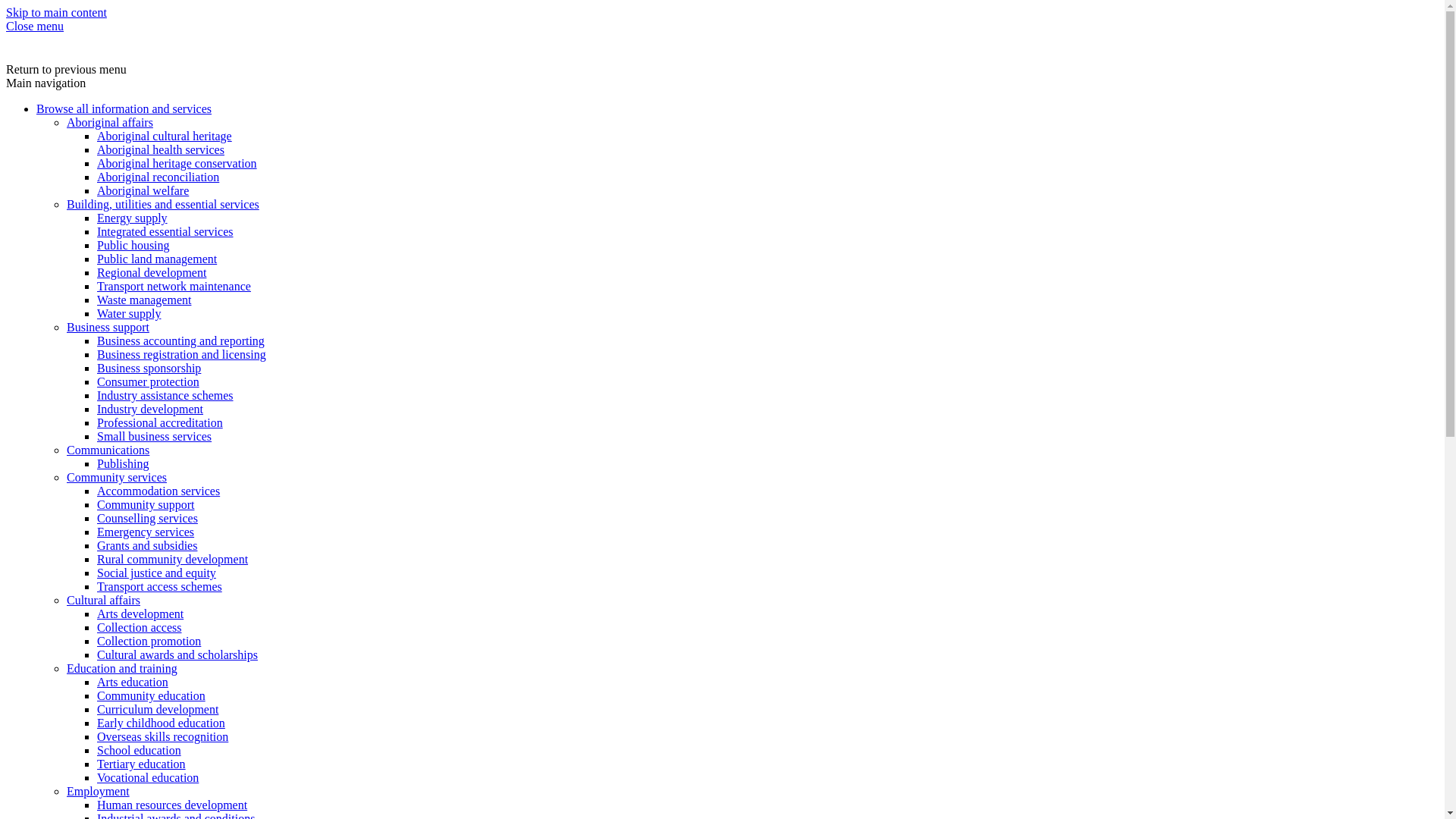 The height and width of the screenshot is (819, 1456). I want to click on 'Employment', so click(97, 790).